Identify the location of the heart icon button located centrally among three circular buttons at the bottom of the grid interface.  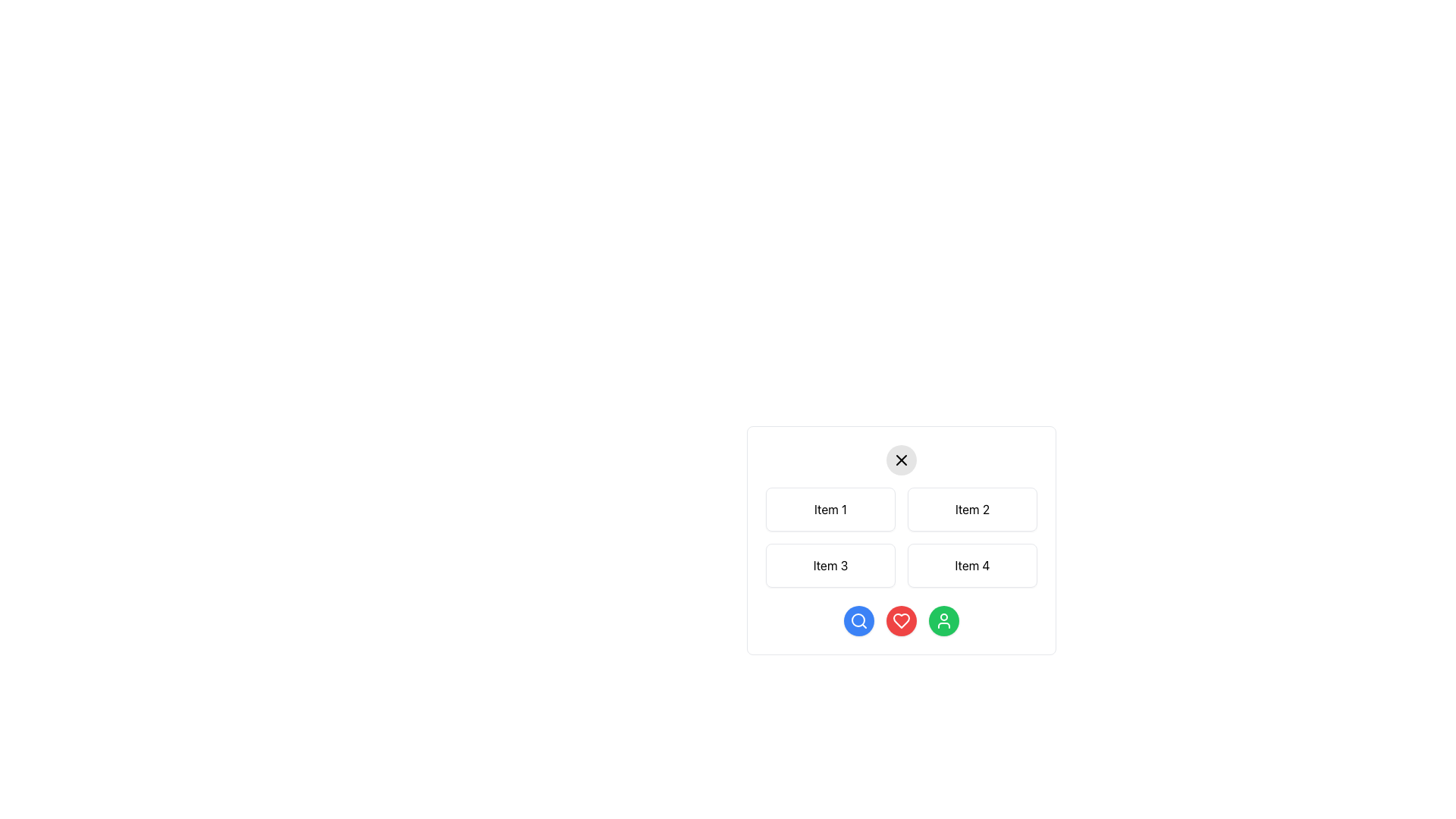
(902, 620).